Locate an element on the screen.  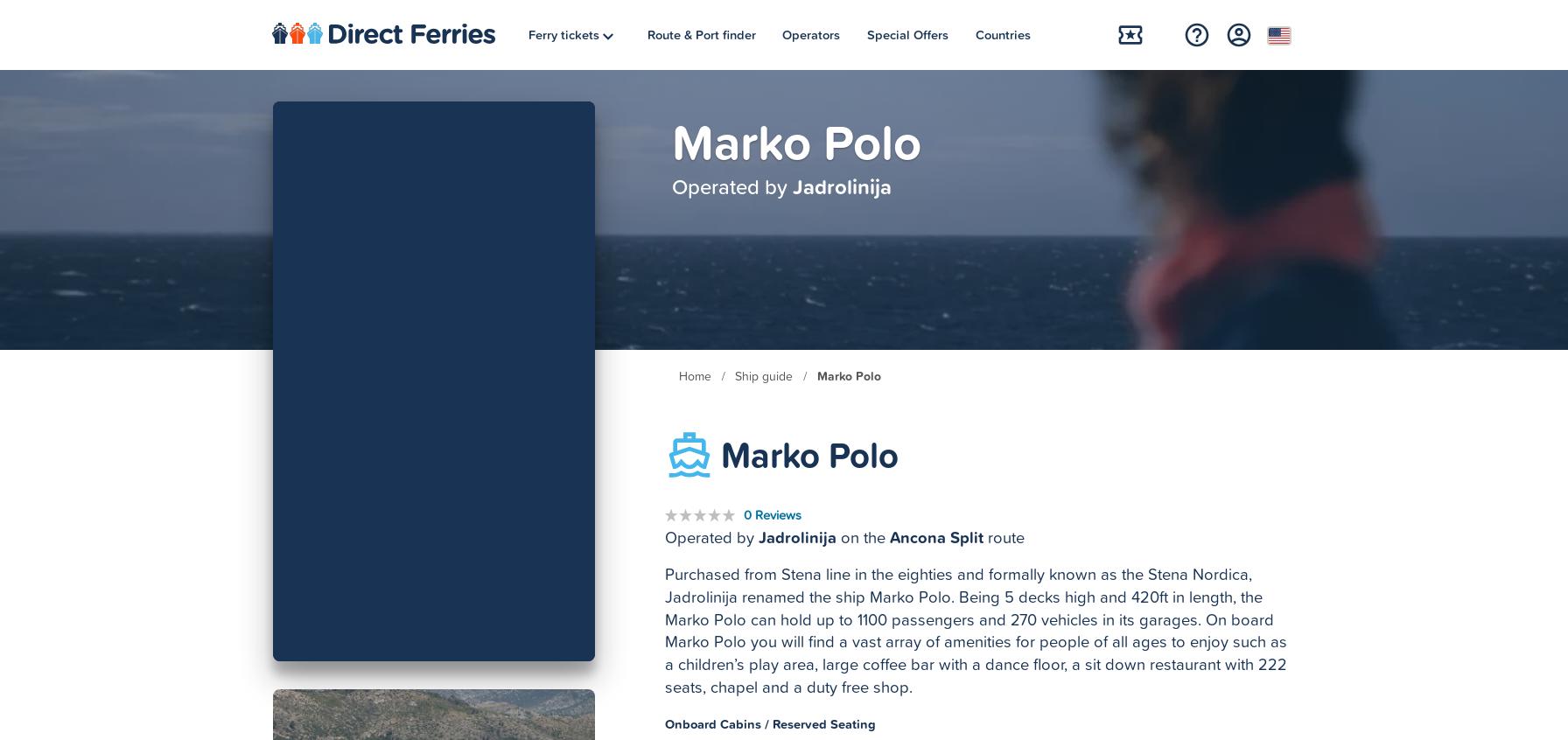
'Onboard Cabins / Reserved Seating' is located at coordinates (770, 723).